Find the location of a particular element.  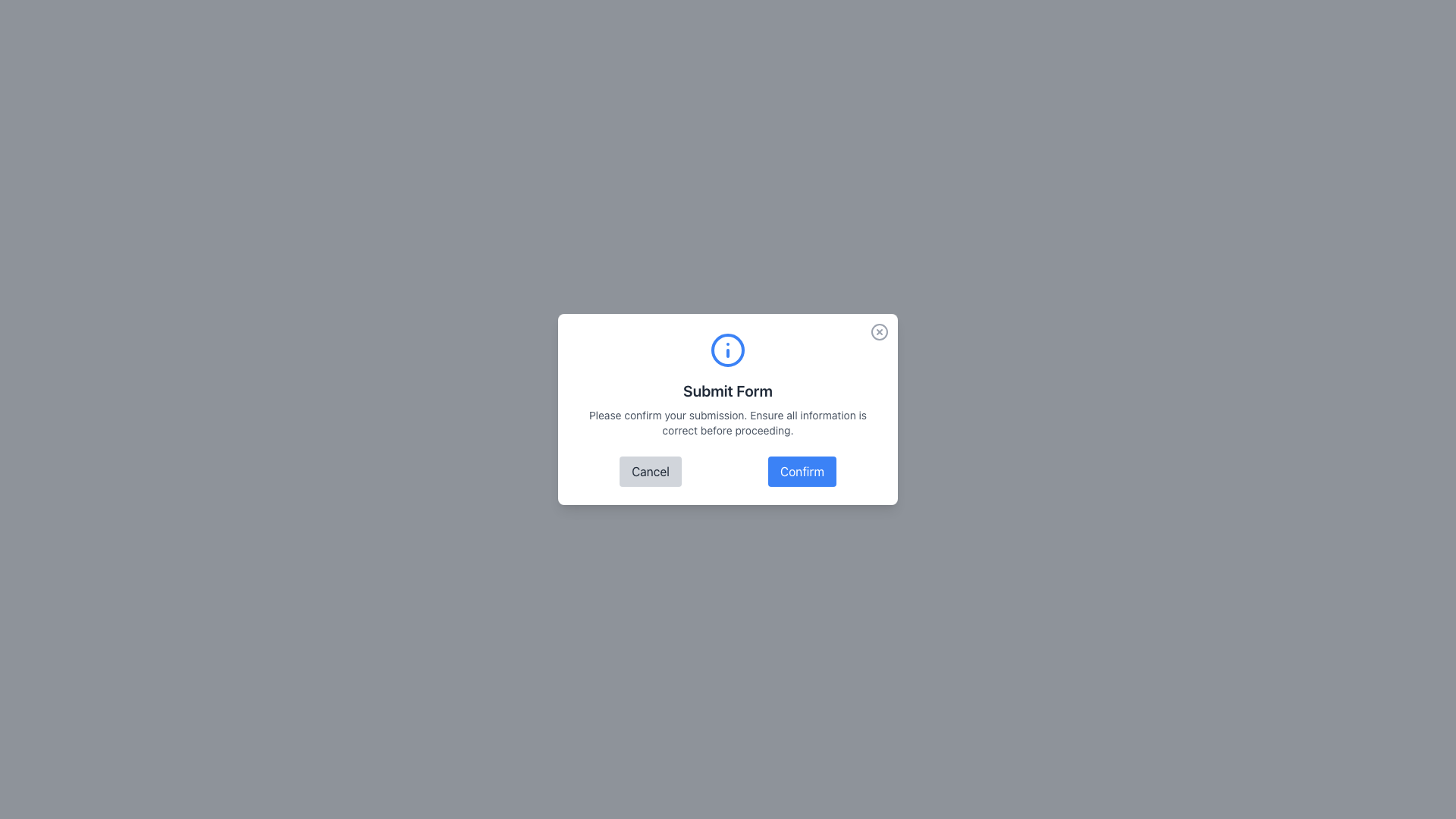

the 'Cancel' button, which has a light gray background and darker gray text, located in the lower-left portion of the modal dialog box is located at coordinates (651, 470).